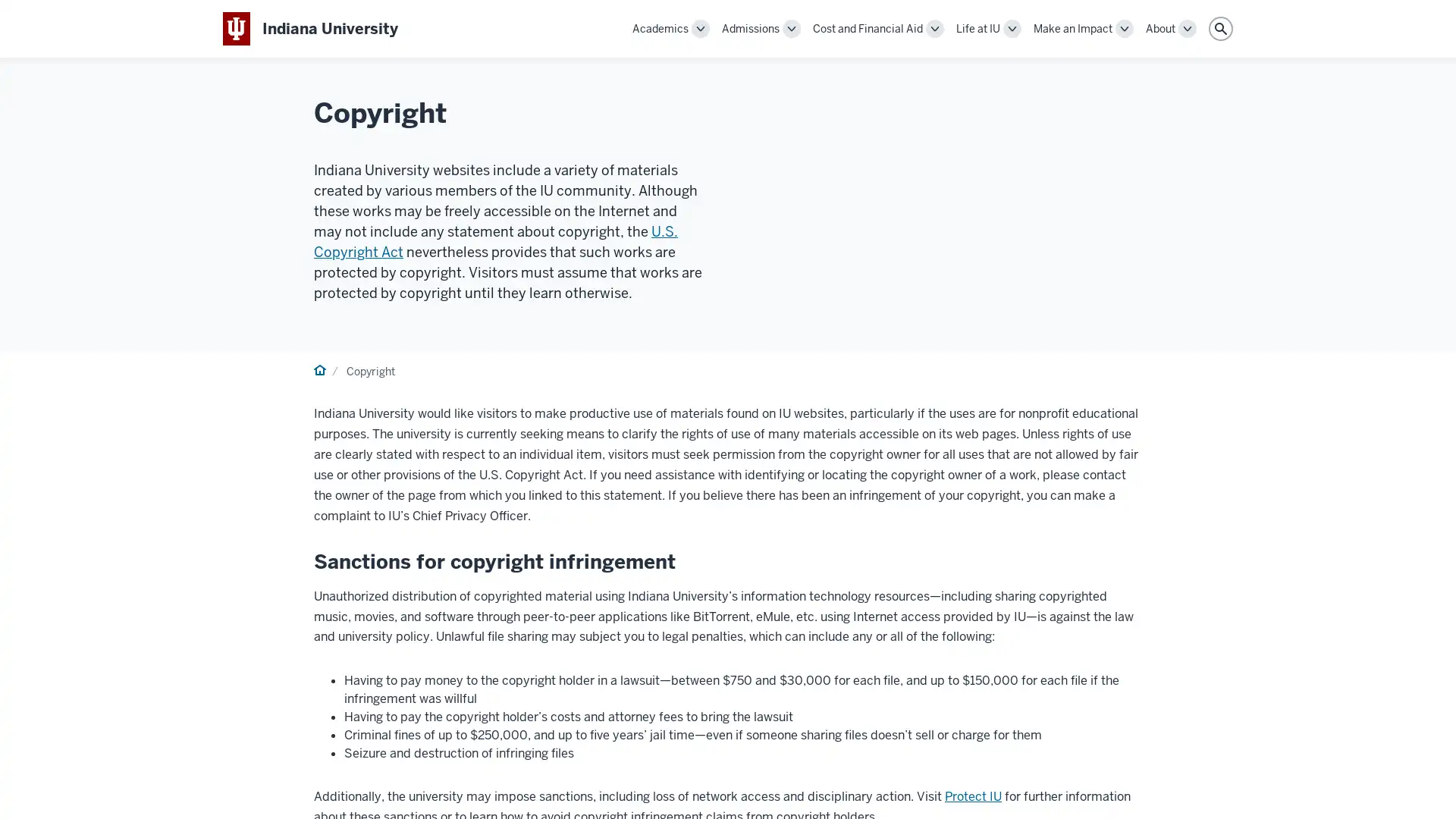  What do you see at coordinates (1220, 29) in the screenshot?
I see `Search` at bounding box center [1220, 29].